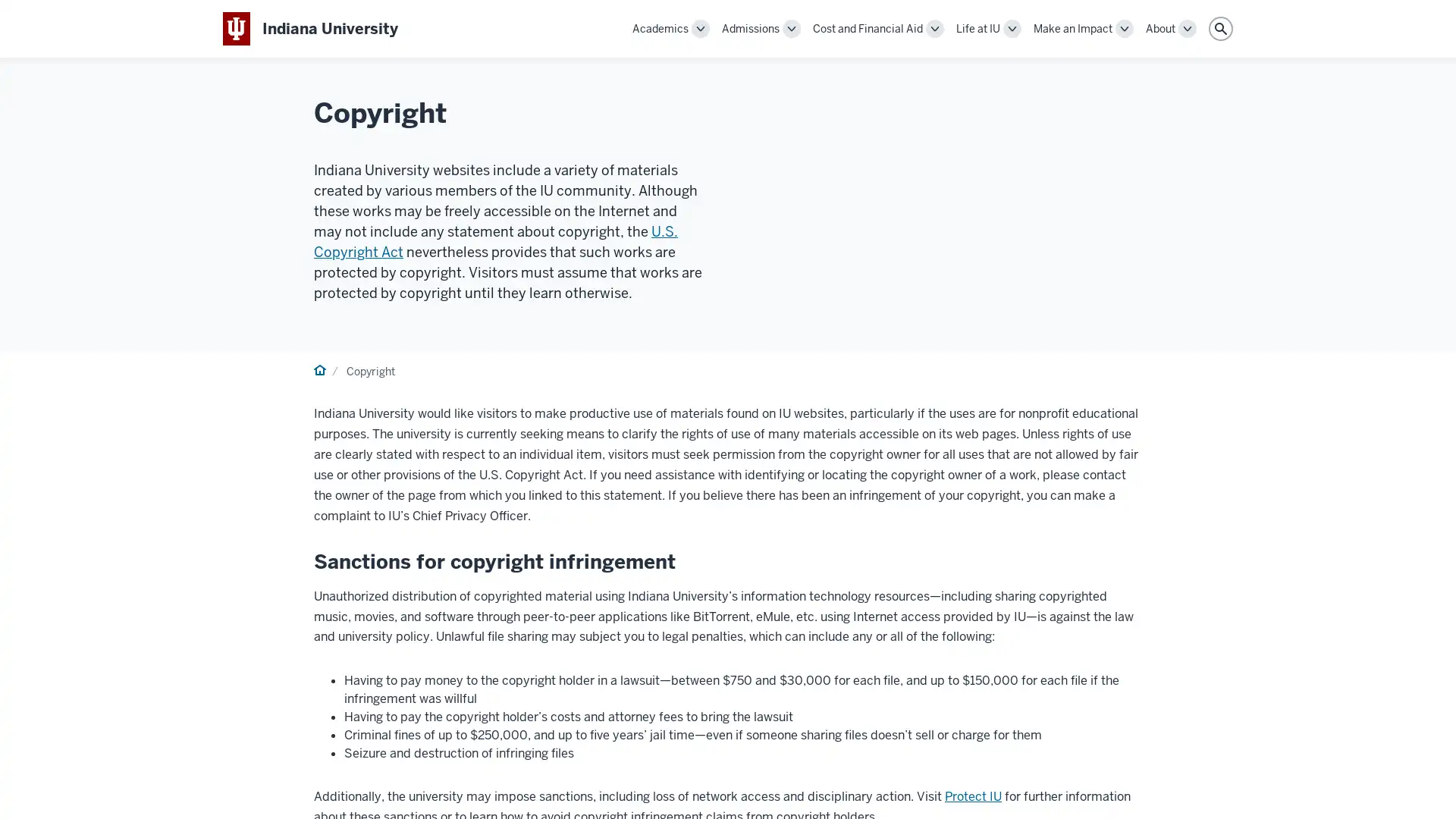  What do you see at coordinates (1220, 29) in the screenshot?
I see `Search` at bounding box center [1220, 29].